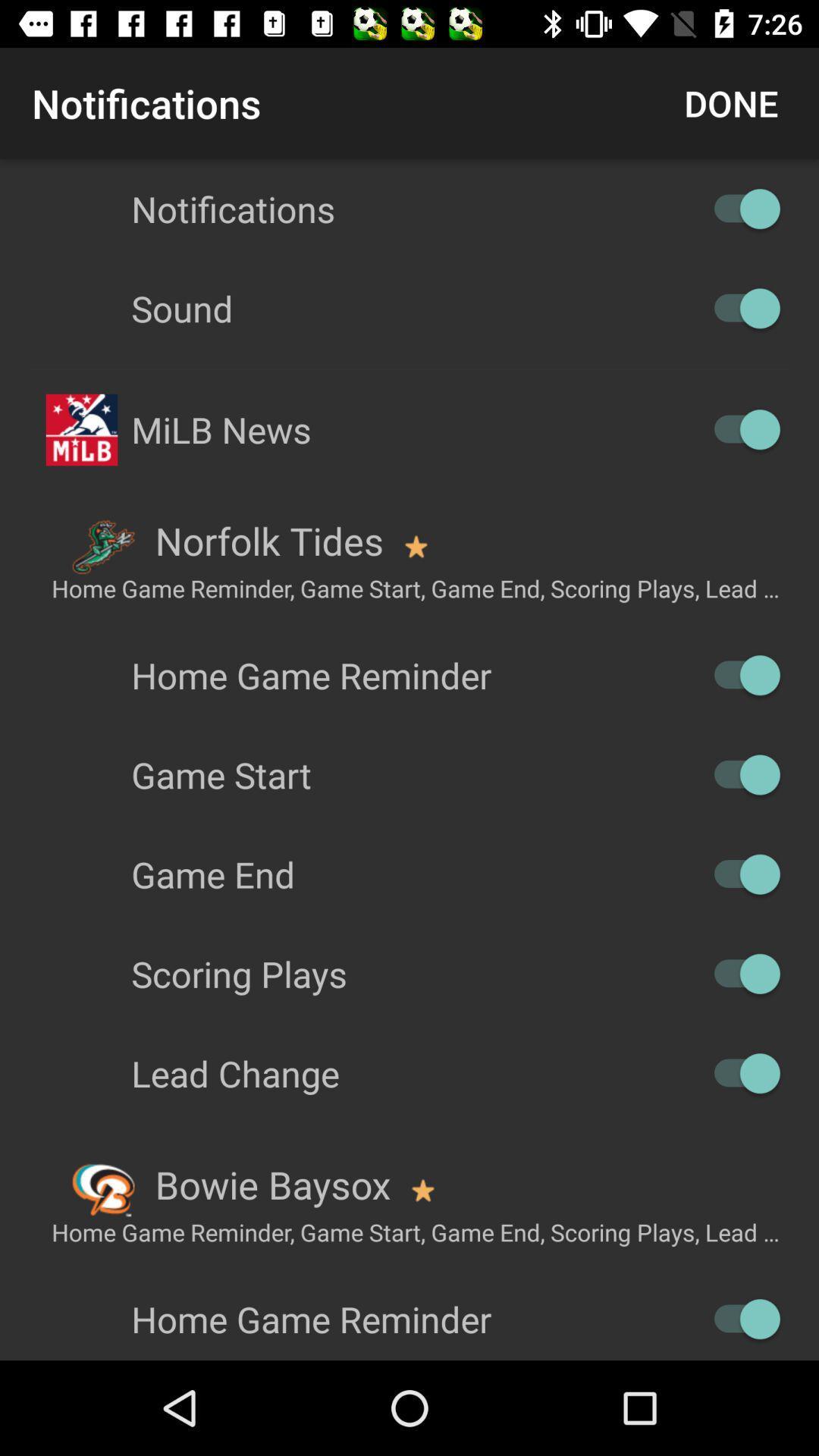  I want to click on scoring plays, so click(739, 974).